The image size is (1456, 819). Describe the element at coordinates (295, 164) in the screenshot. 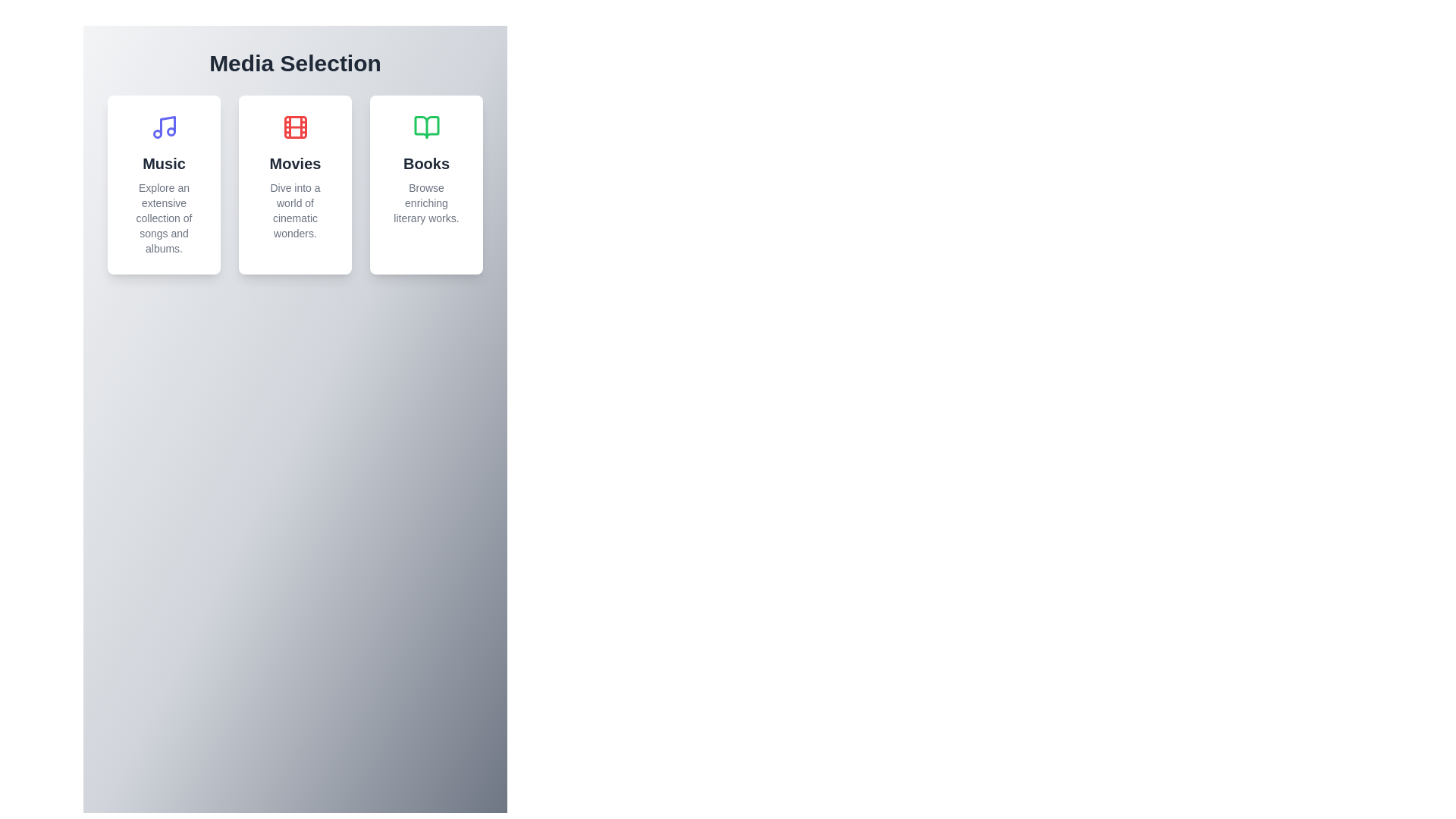

I see `the 'Movies' section title text label, which is located centrally in a three-column layout and positioned between a film reel icon and a description text` at that location.